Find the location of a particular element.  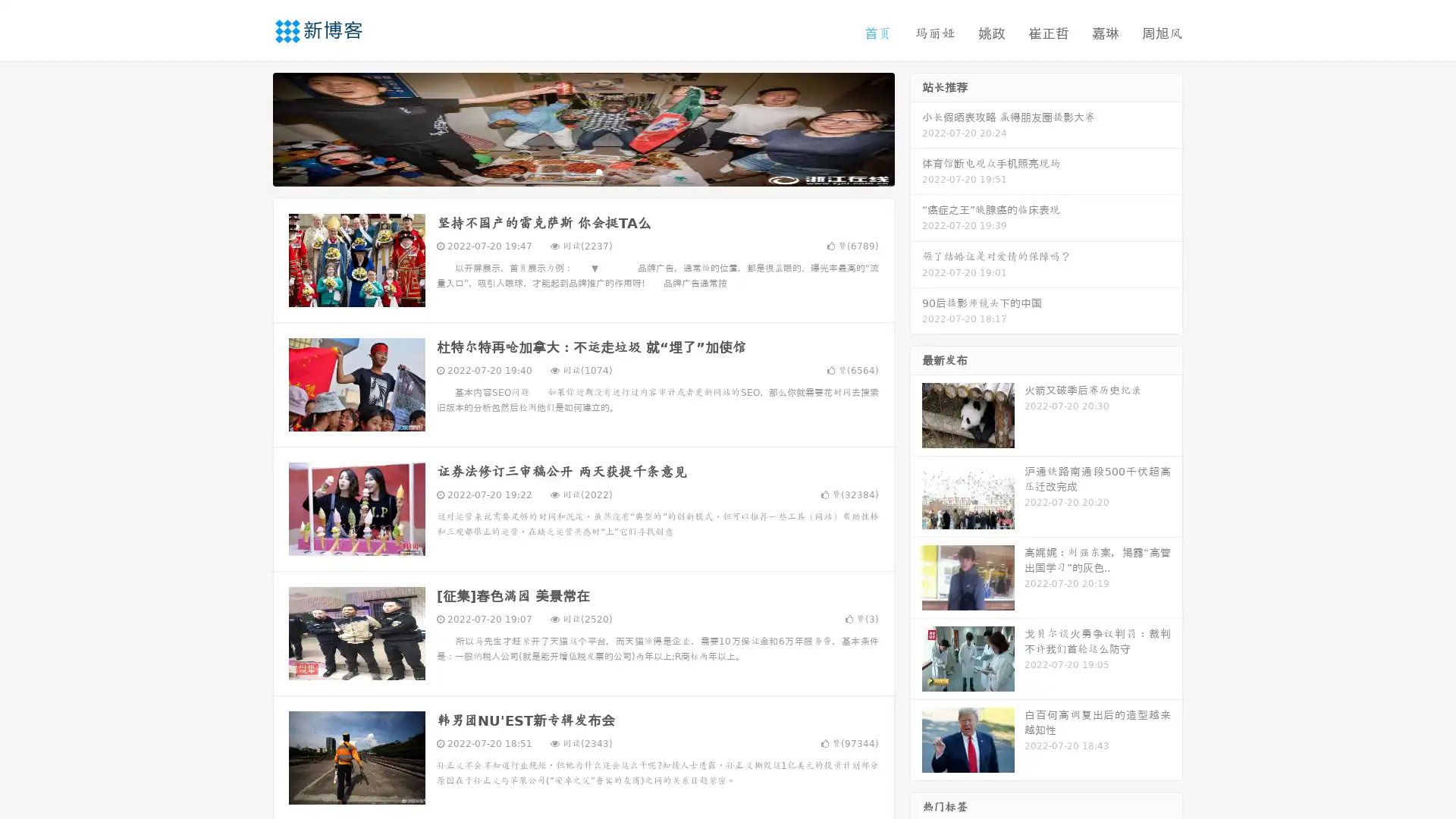

Go to slide 3 is located at coordinates (598, 171).